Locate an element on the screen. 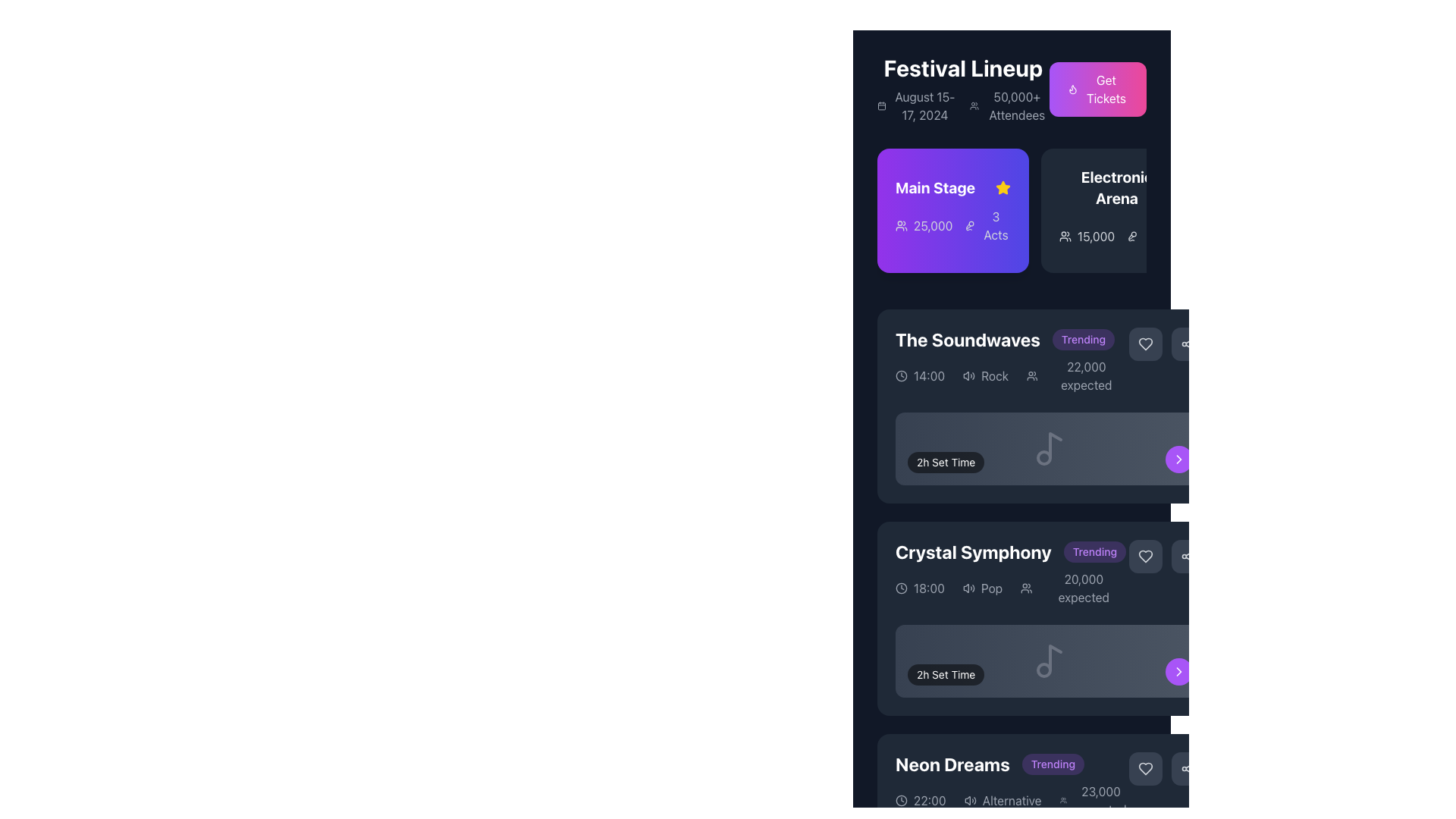 The width and height of the screenshot is (1456, 819). the second button in the upper-right corner of the 'Crystal Symphony' section is located at coordinates (1187, 556).